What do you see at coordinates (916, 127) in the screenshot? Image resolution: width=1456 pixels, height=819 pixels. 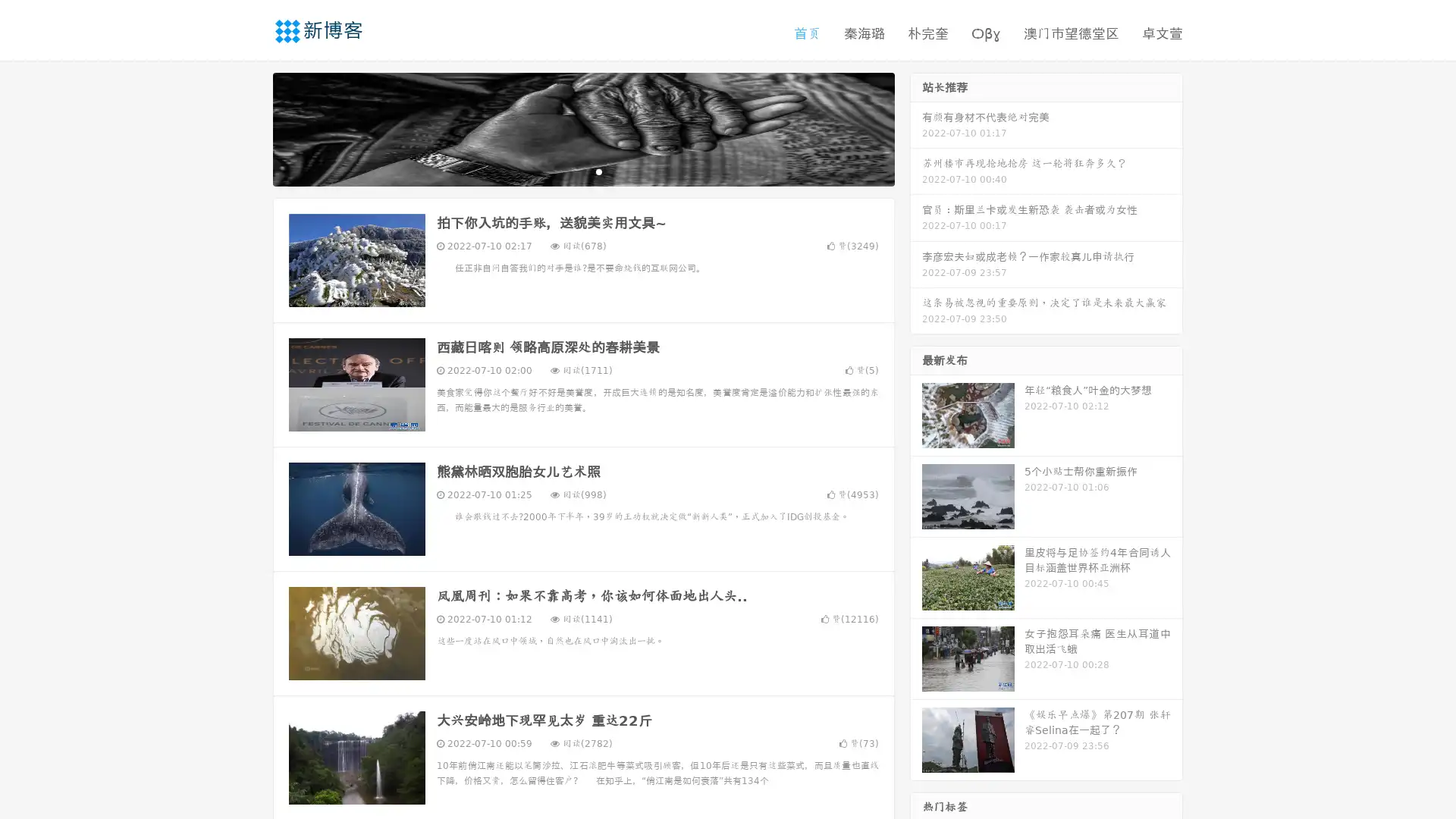 I see `Next slide` at bounding box center [916, 127].